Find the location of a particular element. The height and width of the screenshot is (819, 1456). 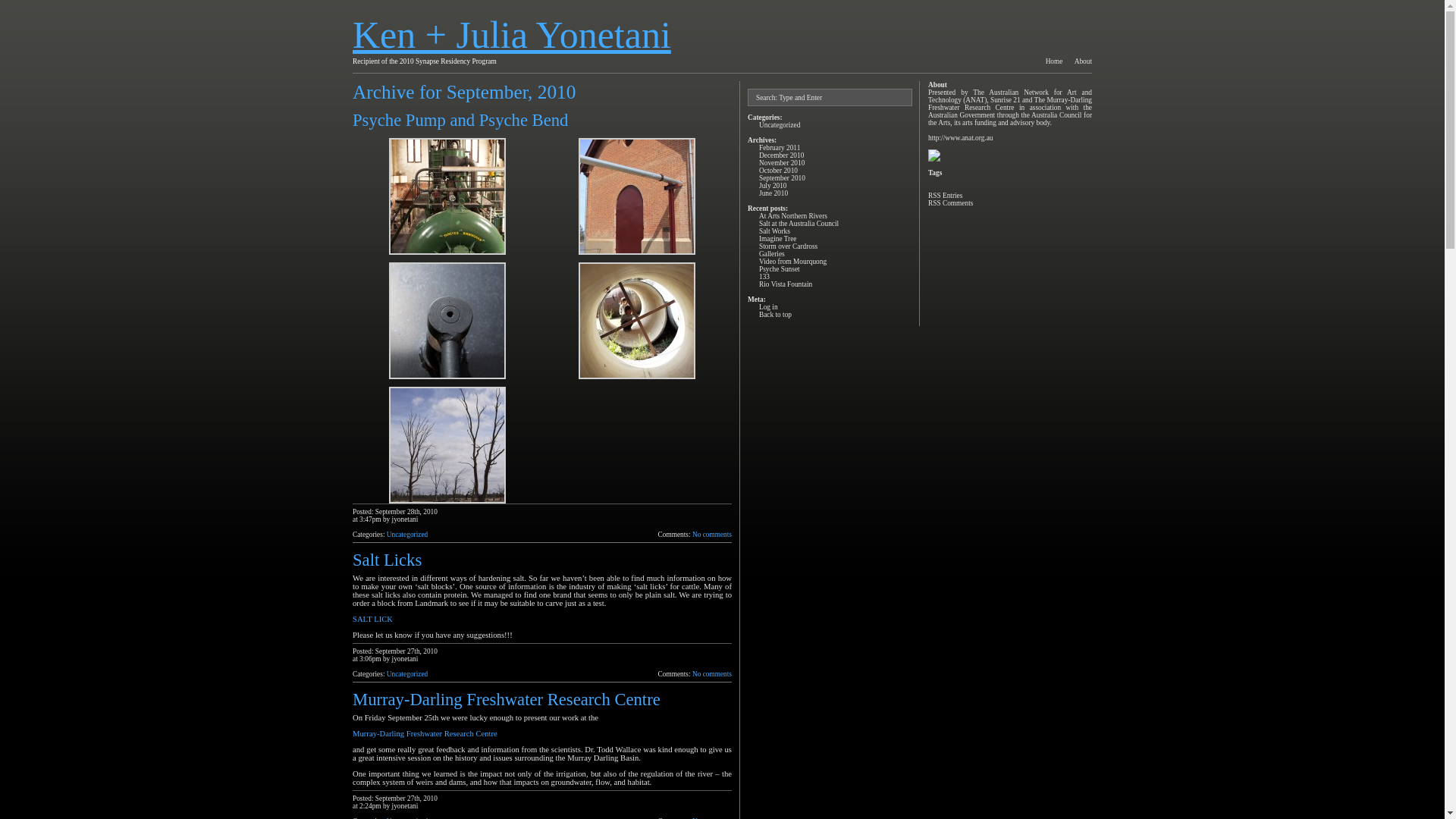

'At Arts Northern Rivers' is located at coordinates (759, 216).